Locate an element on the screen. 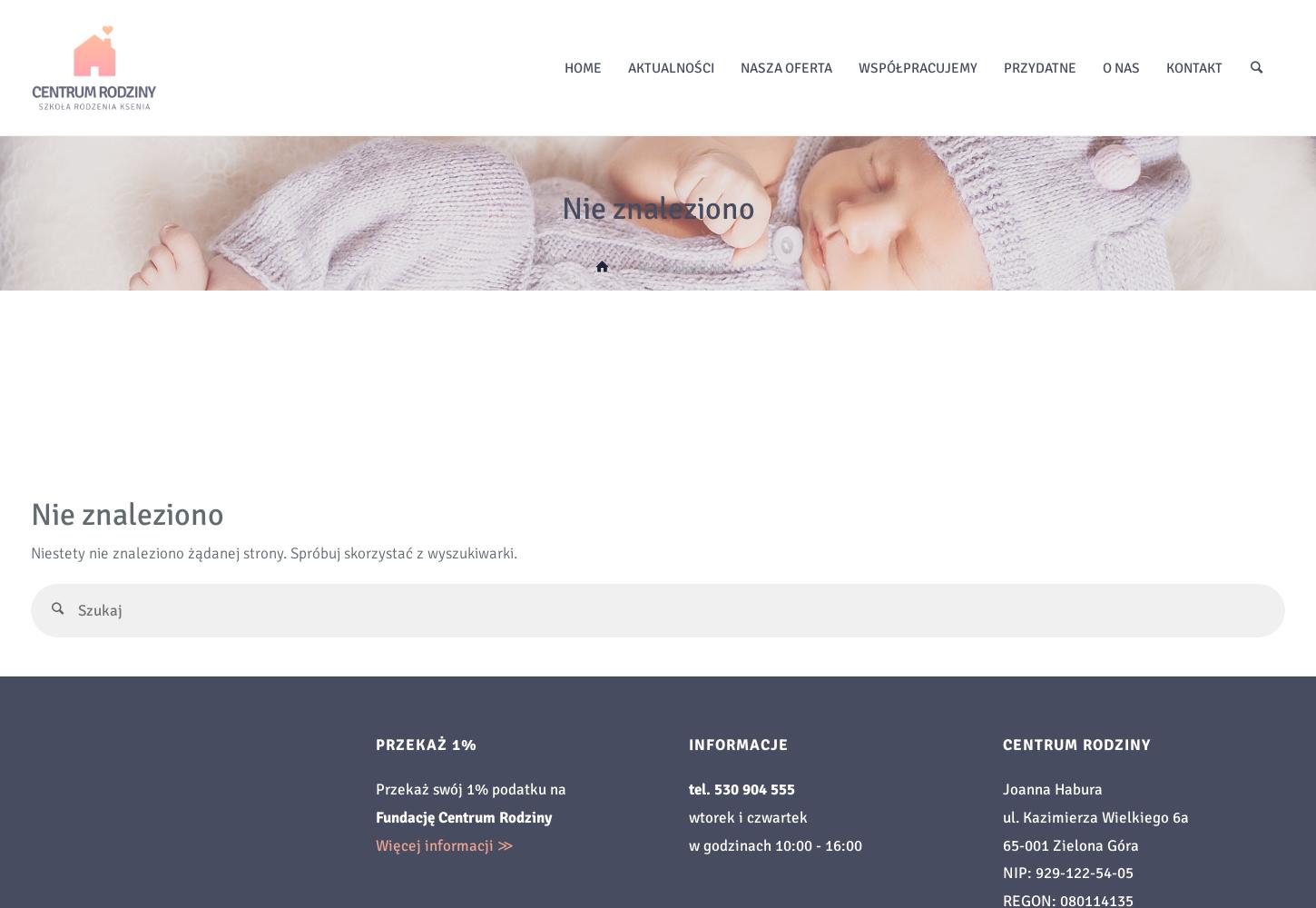  'w godzinach 10:00 - 16:00' is located at coordinates (774, 844).